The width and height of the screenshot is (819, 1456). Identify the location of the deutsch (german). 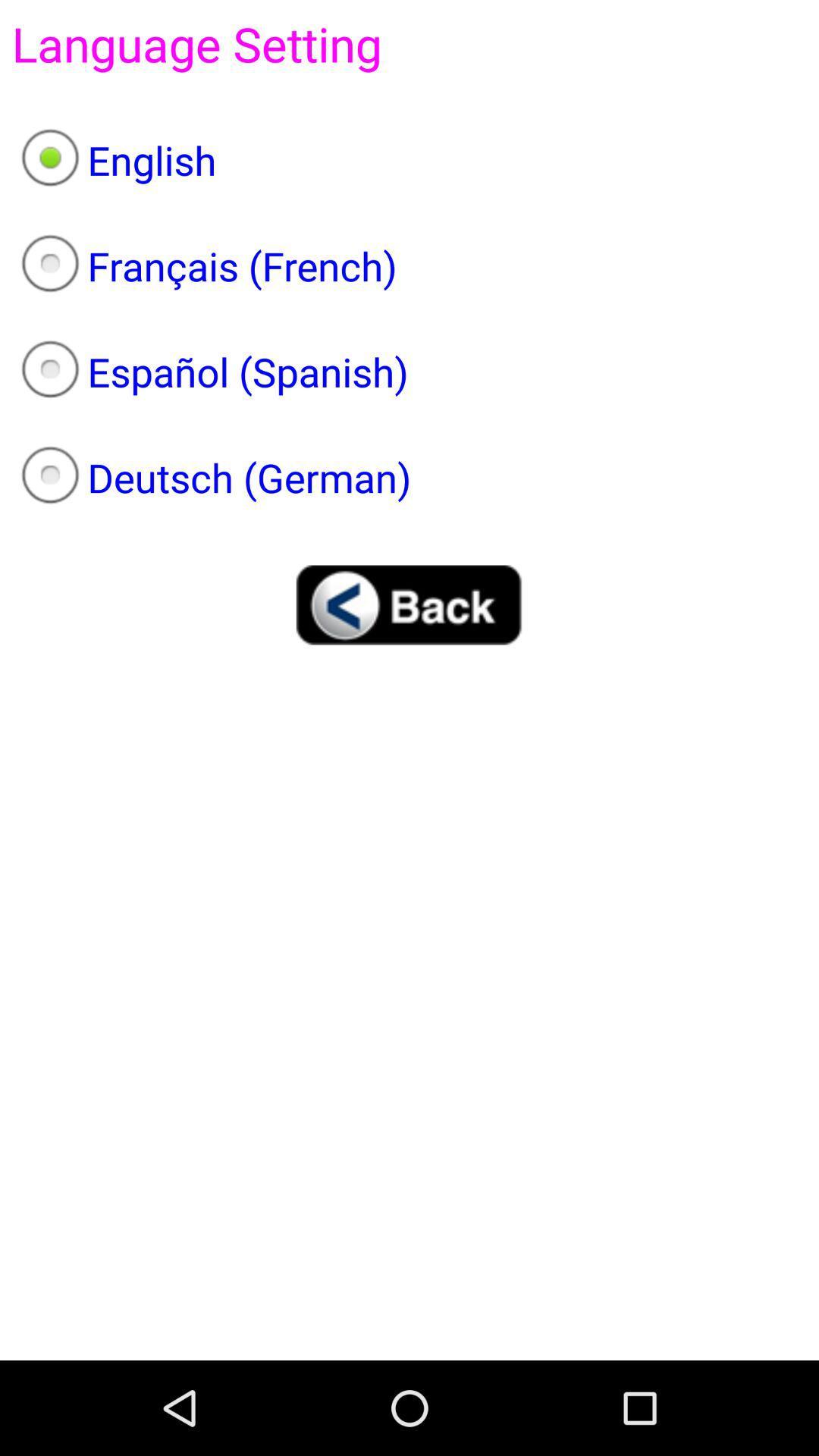
(409, 476).